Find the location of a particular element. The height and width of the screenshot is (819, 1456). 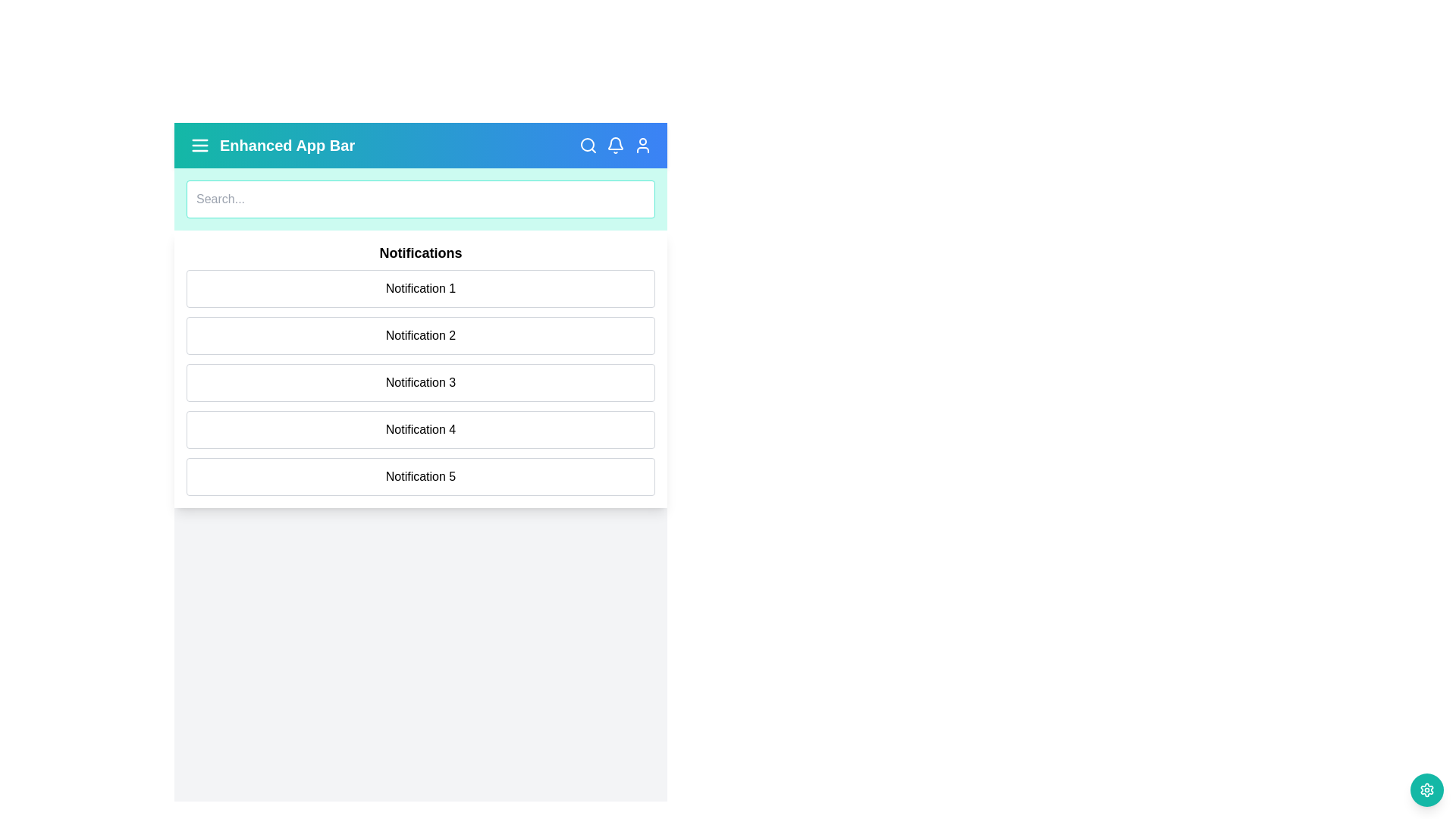

the bell icon to toggle the notification panel is located at coordinates (615, 146).